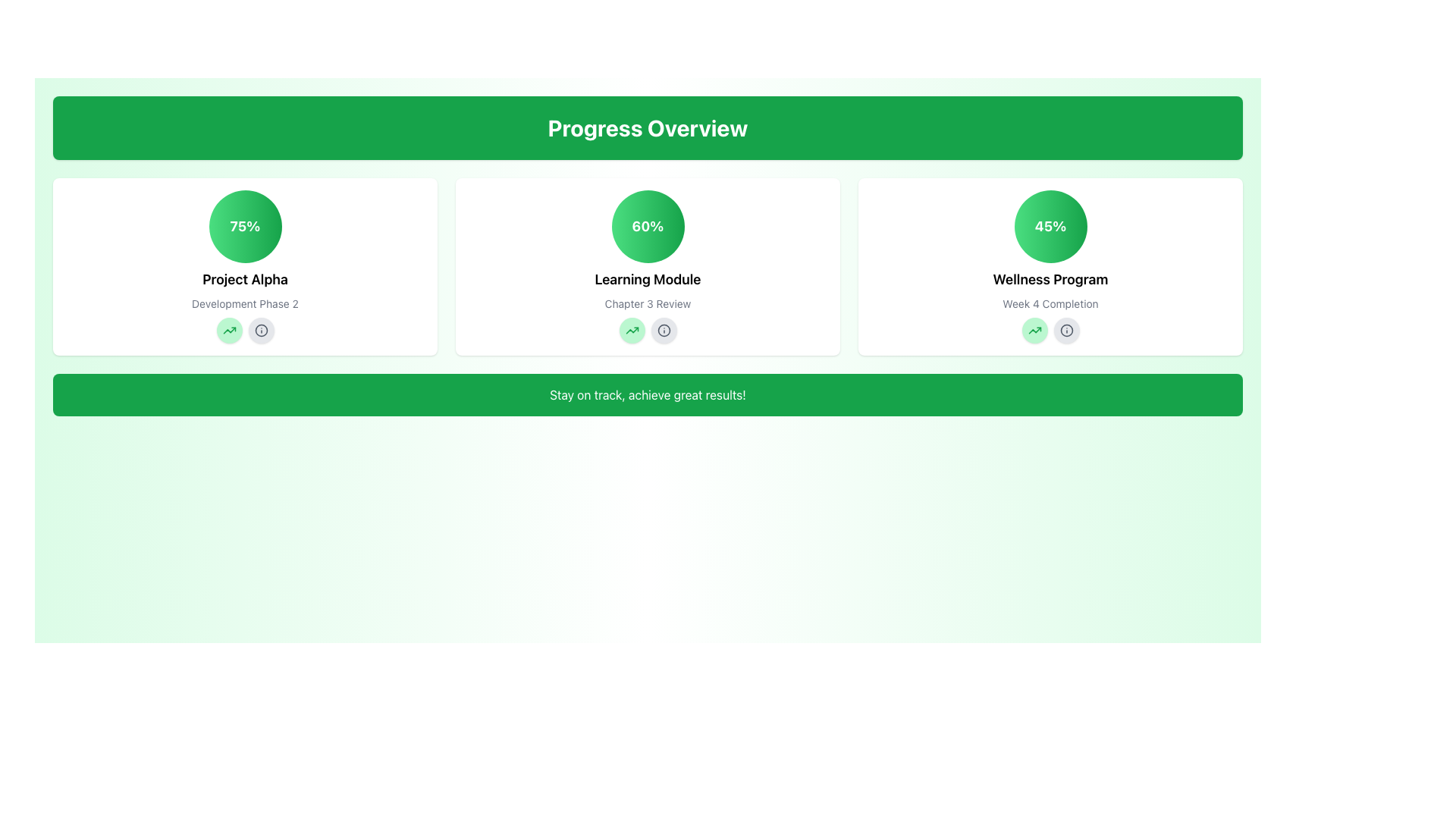  Describe the element at coordinates (245, 265) in the screenshot. I see `the action button located below the progress tracker card representing the project completion percentage, which is the first card in the 'Progress Overview' section` at that location.